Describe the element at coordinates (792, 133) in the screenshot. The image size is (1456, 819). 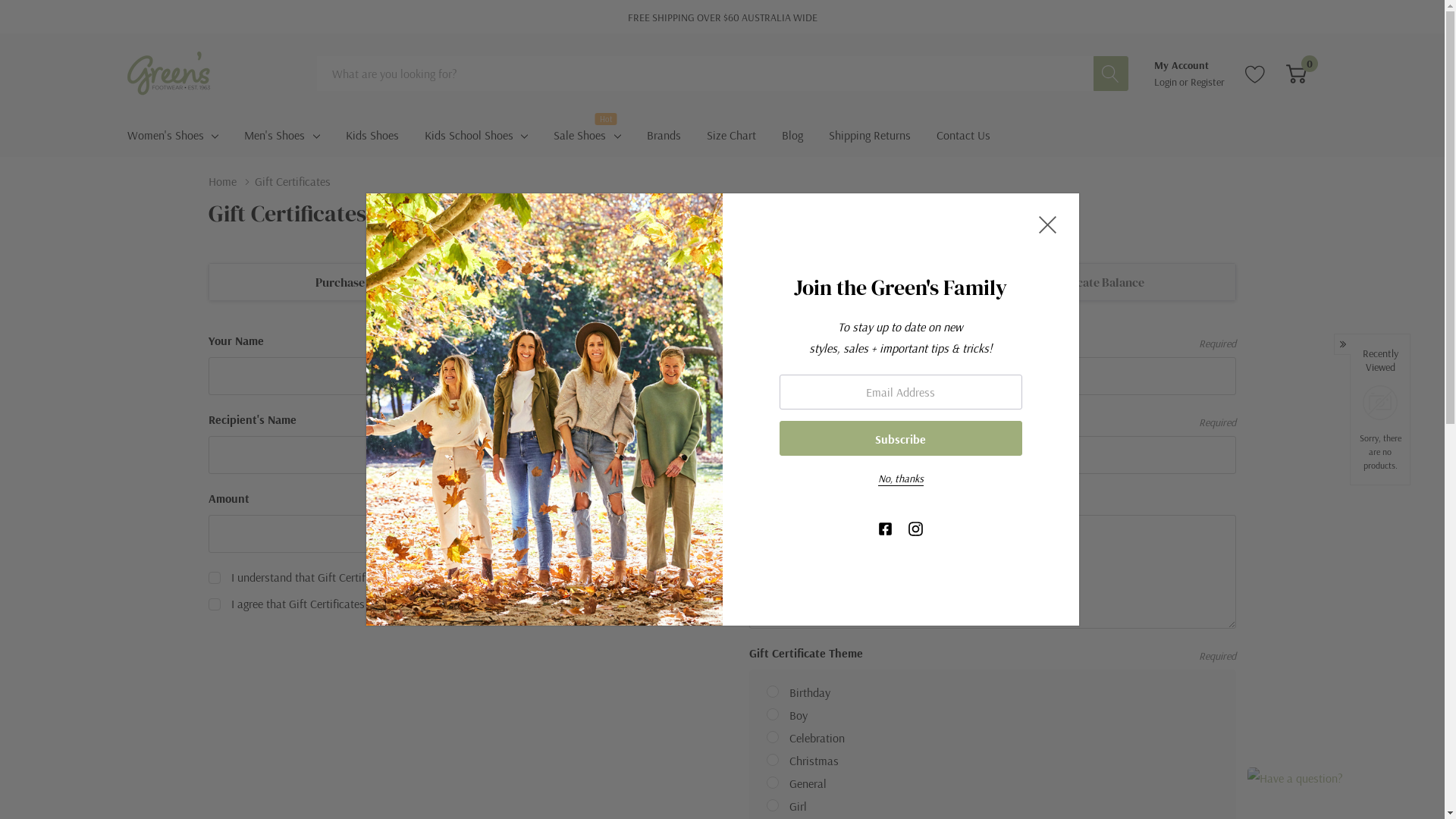
I see `'Blog'` at that location.